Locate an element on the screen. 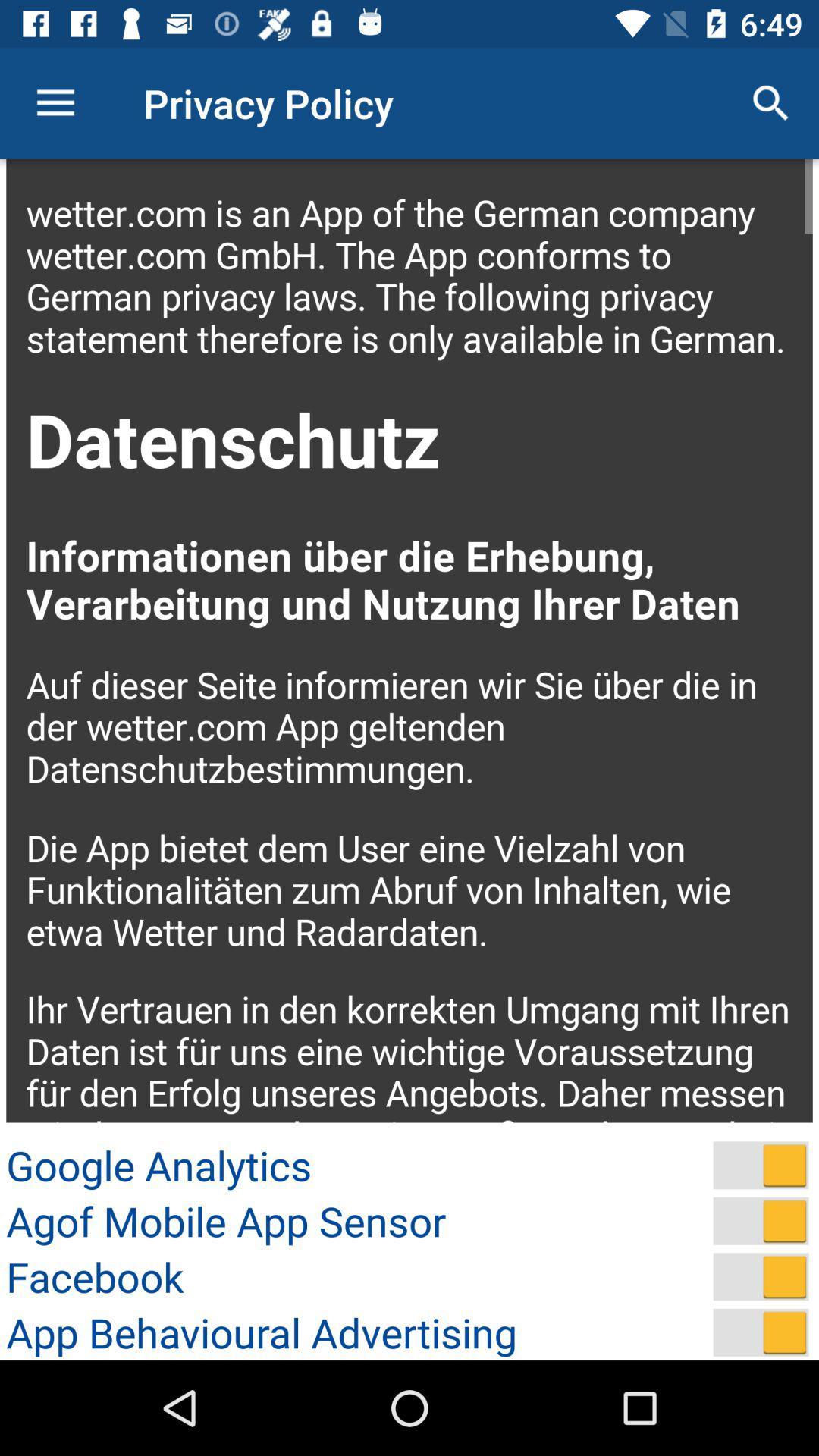 The image size is (819, 1456). turn on agof mobile app sensor is located at coordinates (761, 1221).